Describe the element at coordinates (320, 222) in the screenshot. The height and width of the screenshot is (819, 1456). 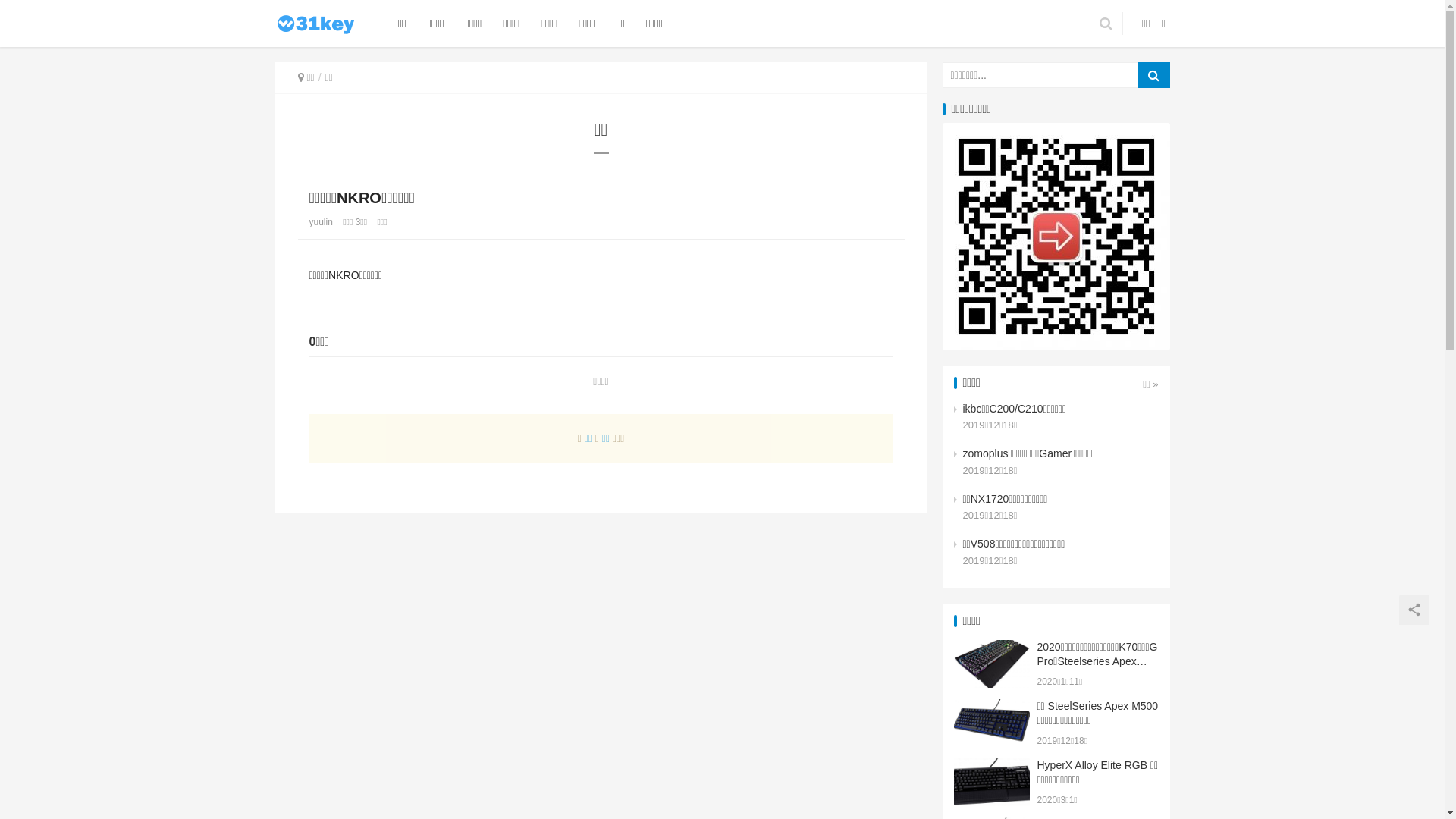
I see `'yuulin'` at that location.